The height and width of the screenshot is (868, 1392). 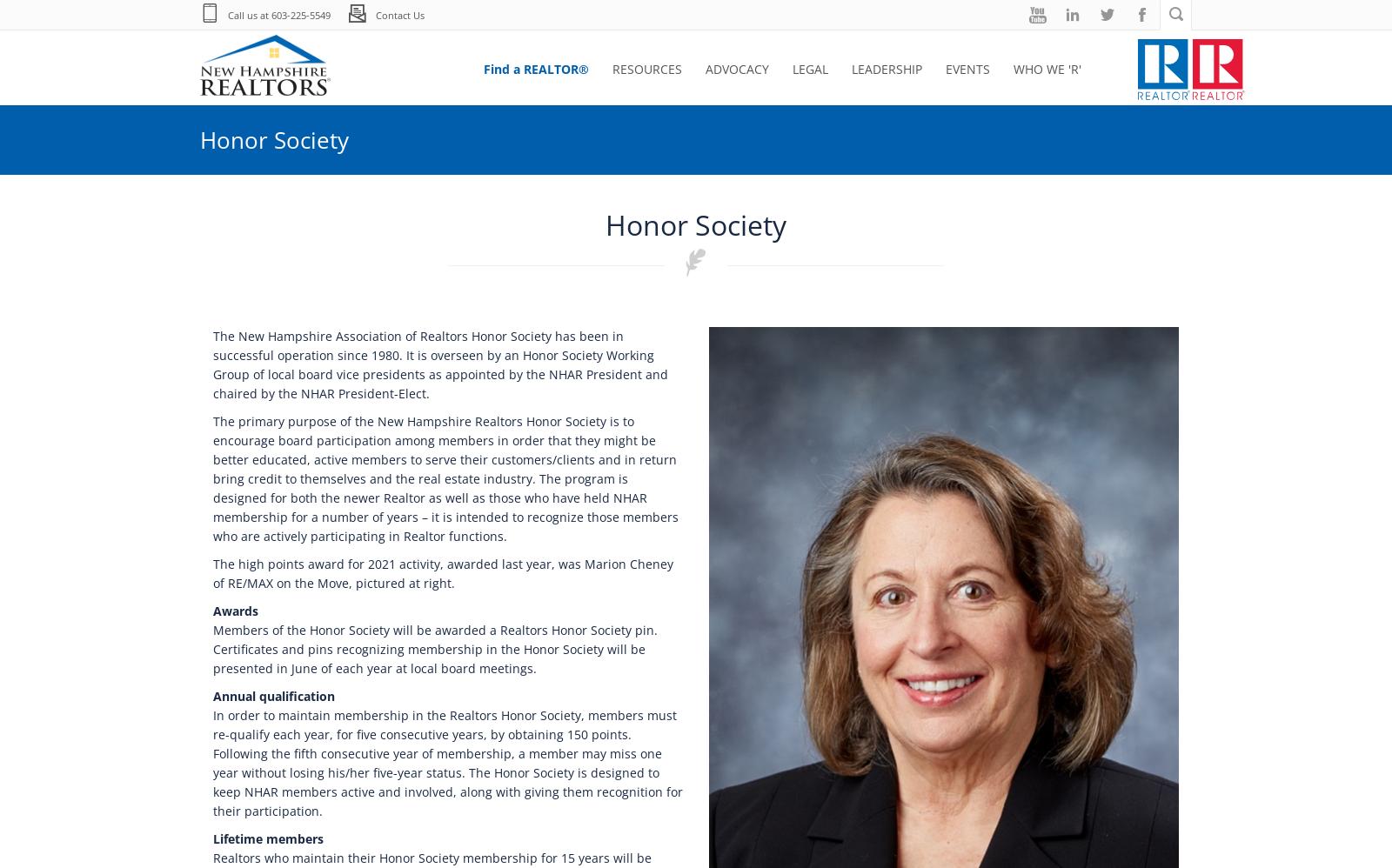 What do you see at coordinates (442, 572) in the screenshot?
I see `'The high points award for 2021 activity, awarded last year, was Marion Cheney of RE/MAX on the Move, pictured at right.'` at bounding box center [442, 572].